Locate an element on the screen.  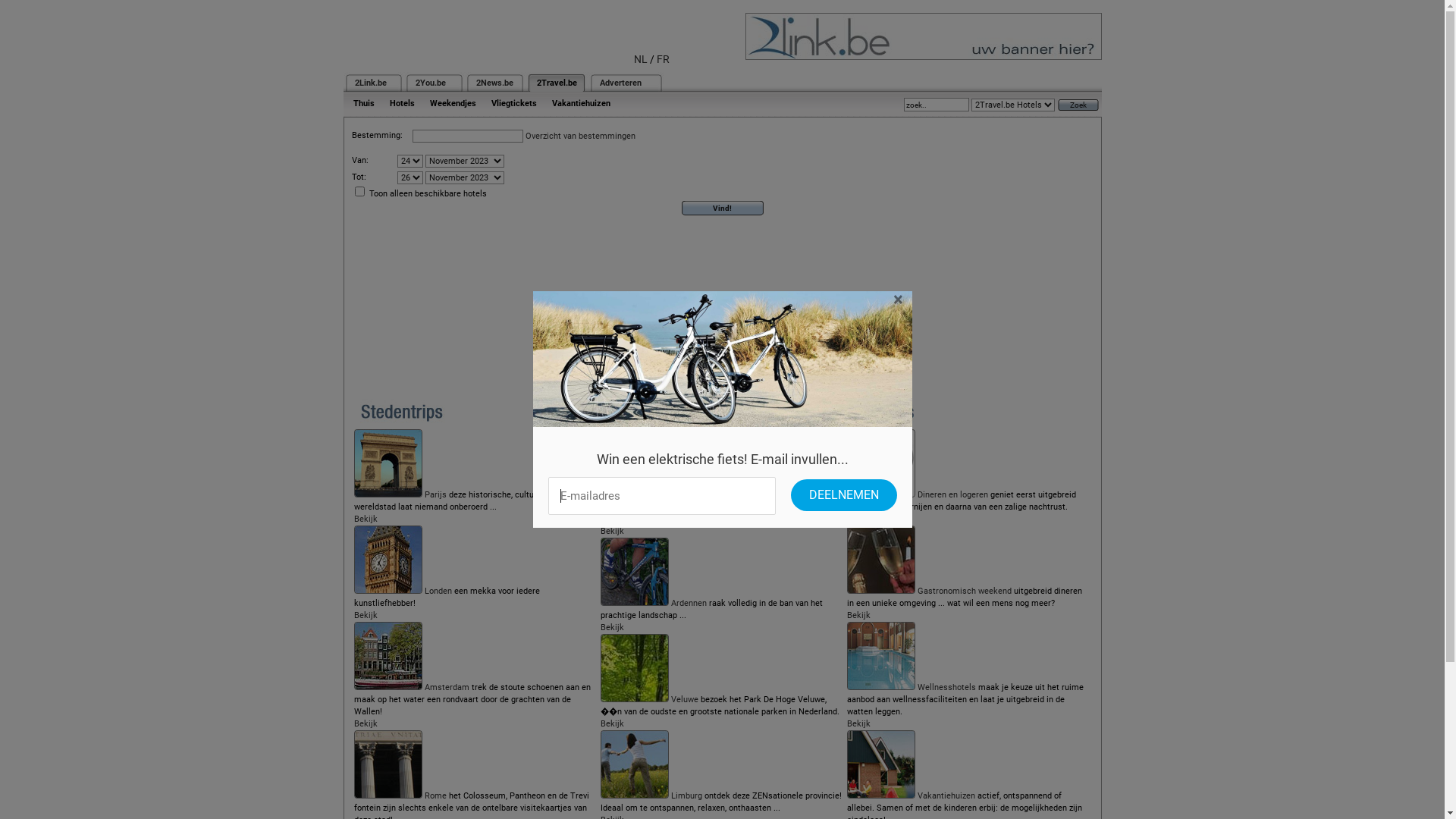
'Adverteren' is located at coordinates (598, 83).